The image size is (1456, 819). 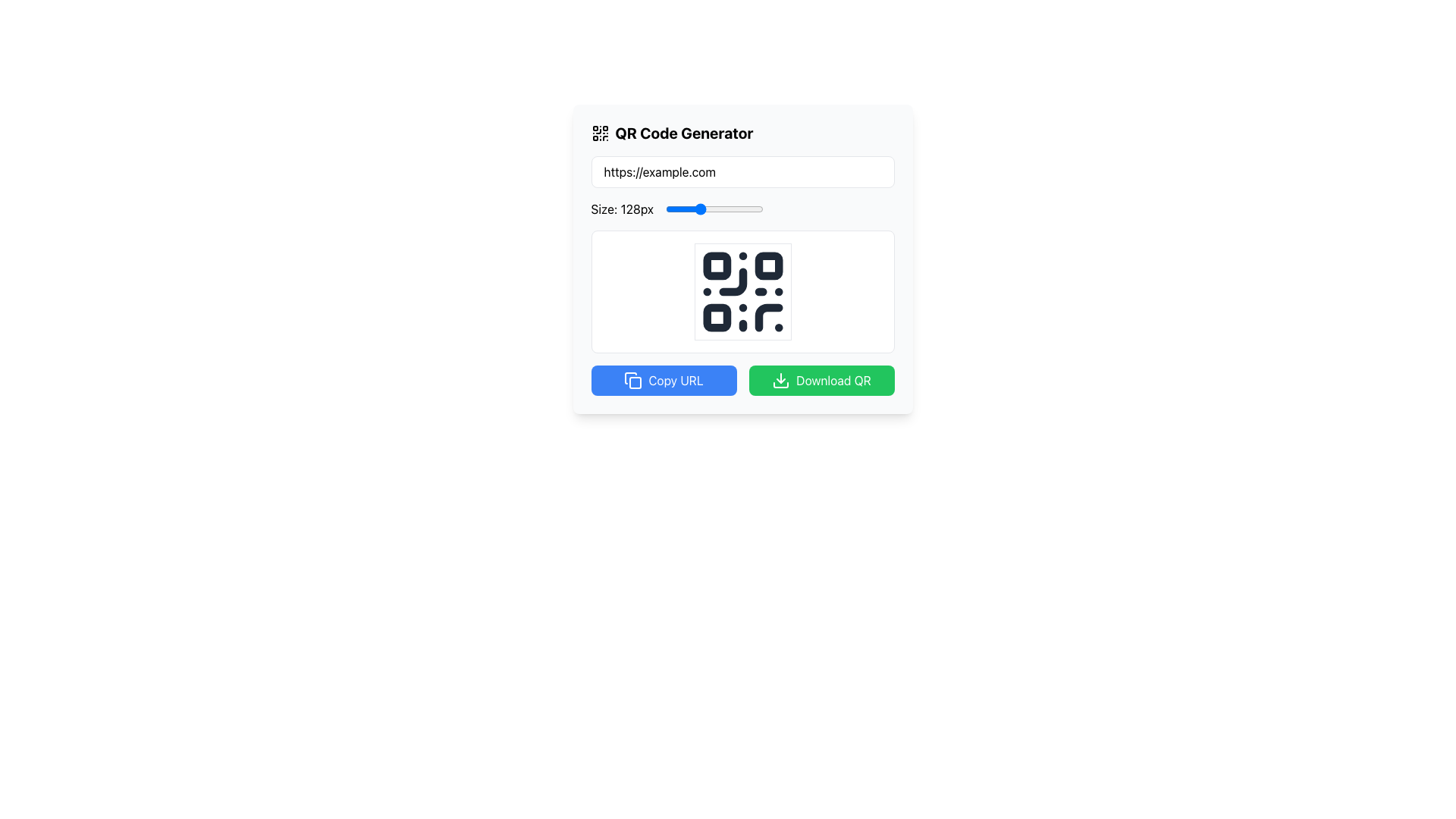 I want to click on the button designed to copy the URL of the displayed QR code for keyboard interaction, so click(x=664, y=379).